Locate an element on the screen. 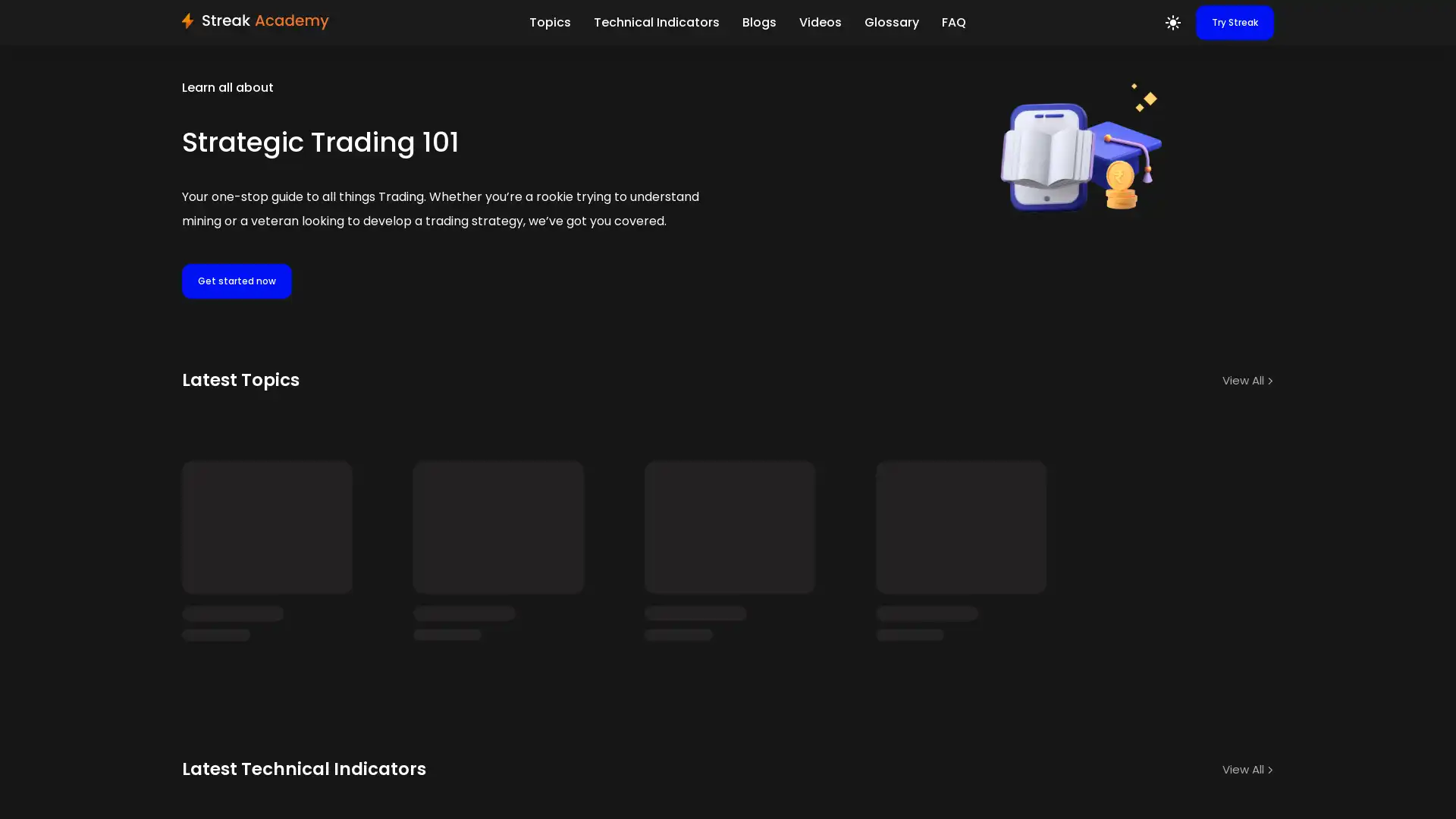 Image resolution: width=1456 pixels, height=819 pixels. Try Streak is located at coordinates (1235, 23).